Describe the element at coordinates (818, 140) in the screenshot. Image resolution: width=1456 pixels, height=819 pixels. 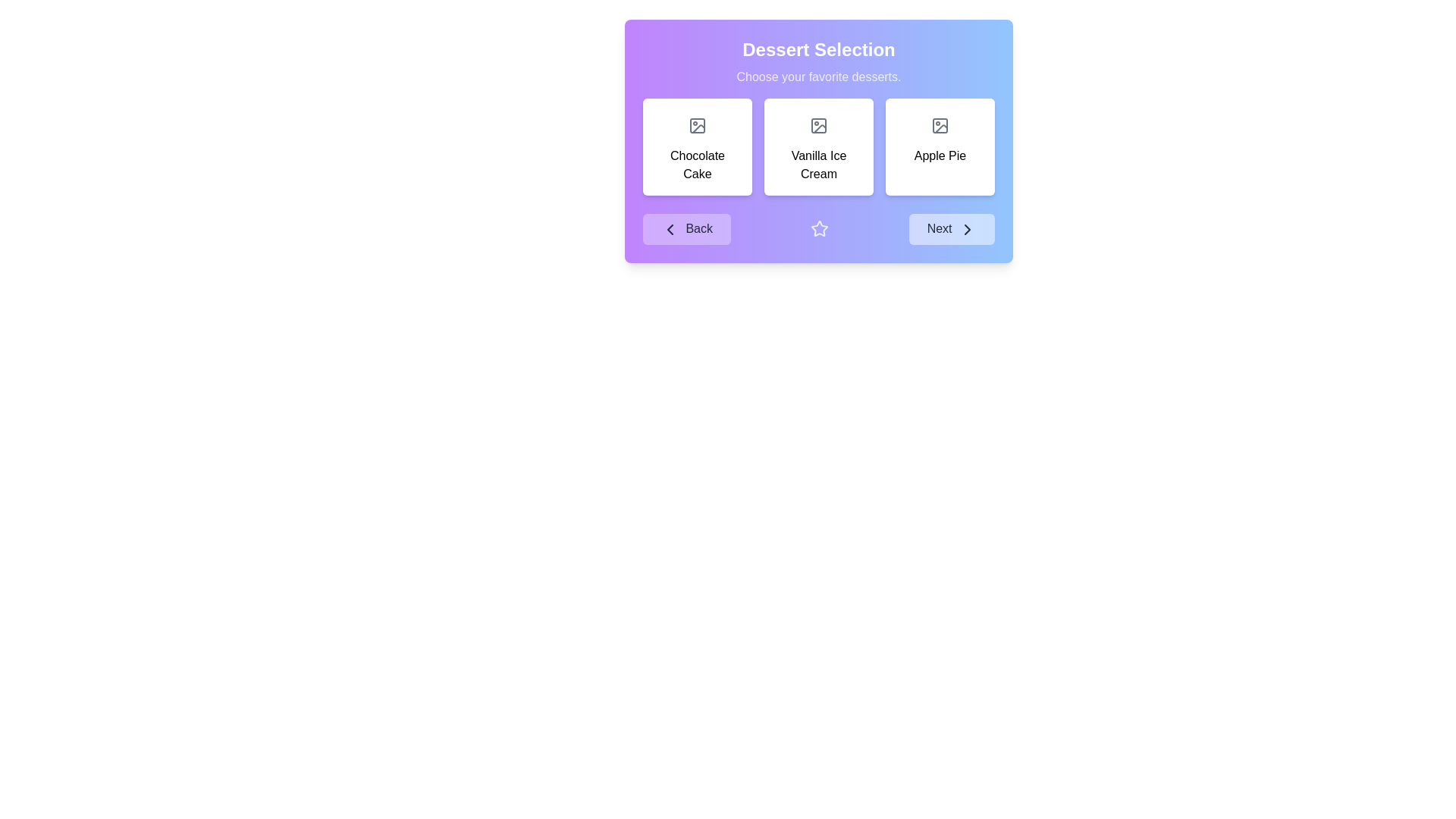
I see `the 'Vanilla Ice Cream' card element, which is the middle card in the selection grid featuring a white background and an image placeholder icon` at that location.